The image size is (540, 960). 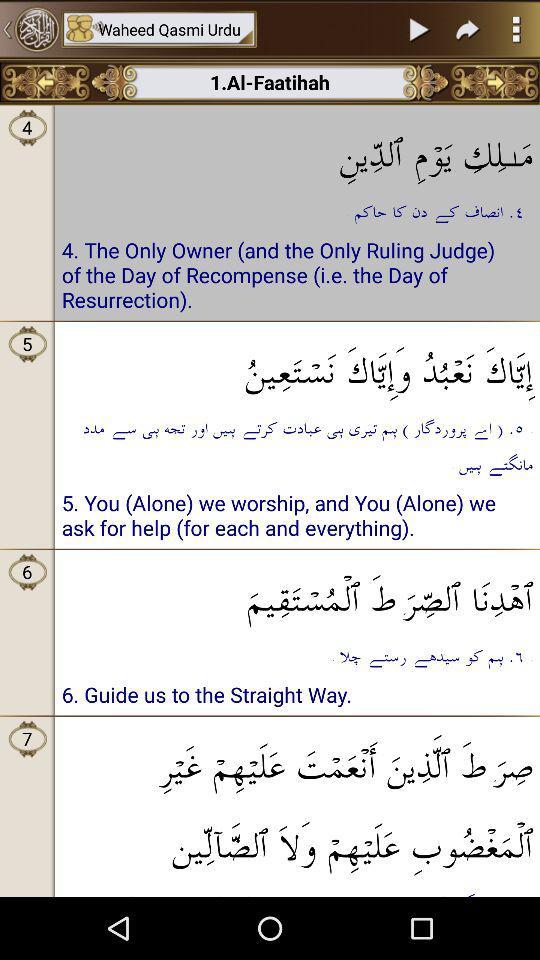 I want to click on the more icon, so click(x=516, y=30).